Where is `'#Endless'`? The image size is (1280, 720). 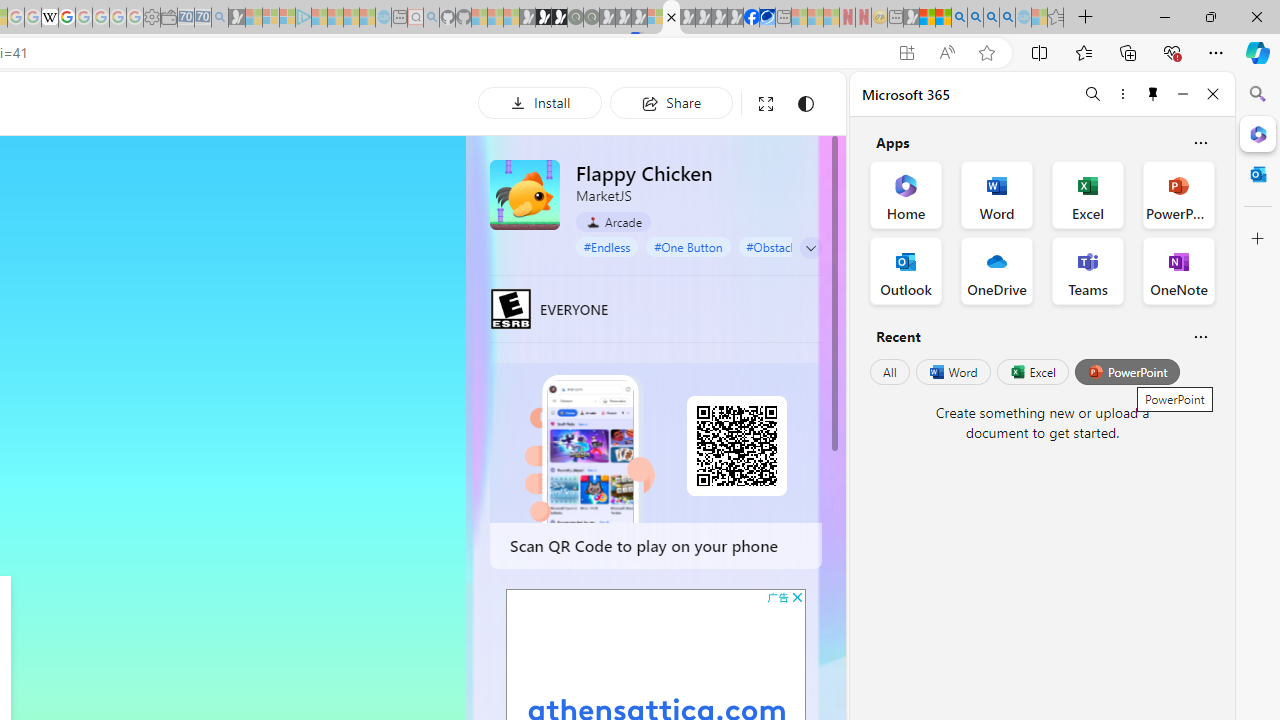
'#Endless' is located at coordinates (606, 245).